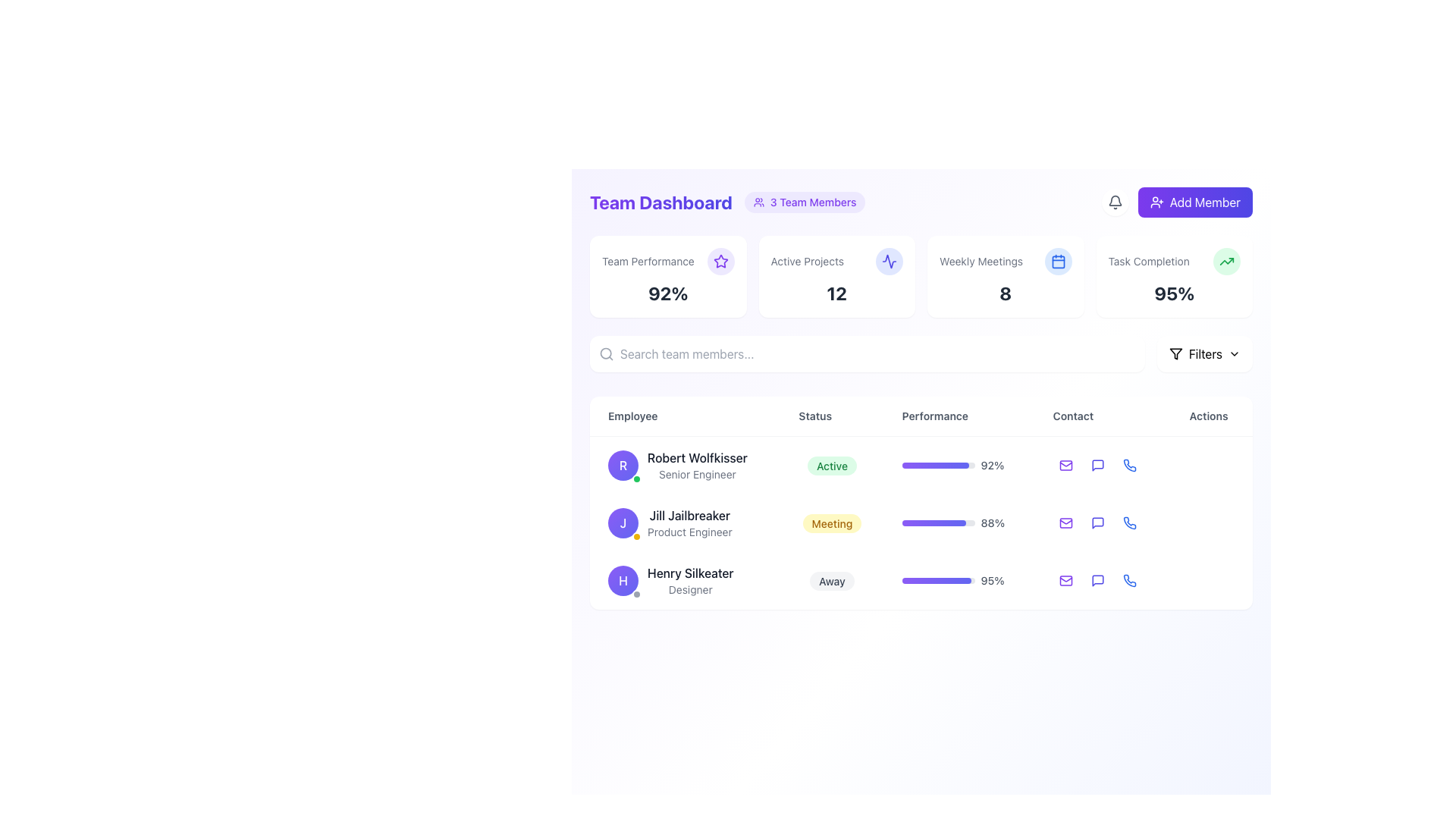  I want to click on the Avatar located in the top-left of the row labeled 'Robert Wolfkisser Senior Engineer' within the 'Employee' column of the table, so click(623, 464).